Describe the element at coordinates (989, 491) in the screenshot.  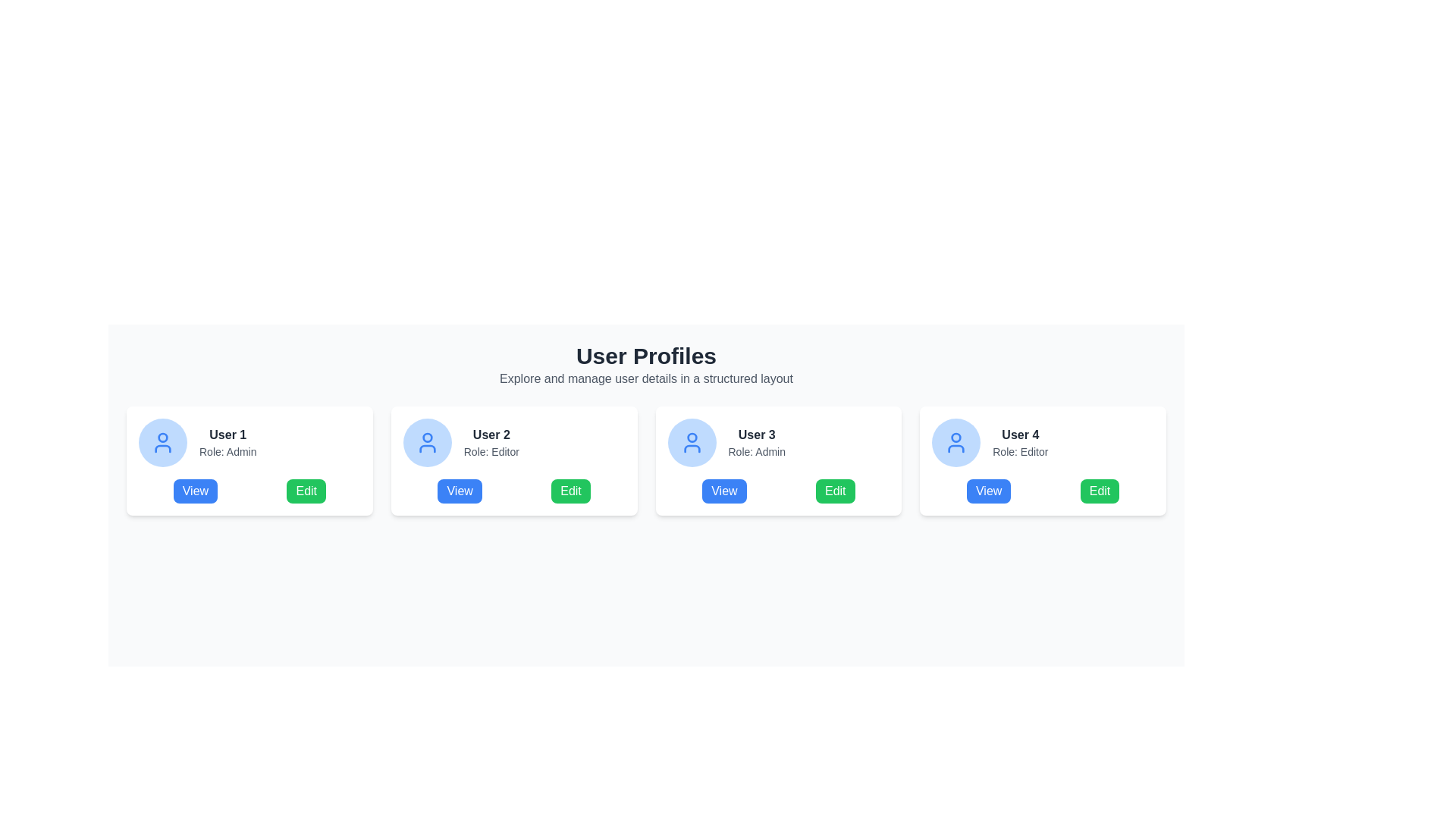
I see `the rounded rectangular button with a blue background and white text reading 'View'` at that location.